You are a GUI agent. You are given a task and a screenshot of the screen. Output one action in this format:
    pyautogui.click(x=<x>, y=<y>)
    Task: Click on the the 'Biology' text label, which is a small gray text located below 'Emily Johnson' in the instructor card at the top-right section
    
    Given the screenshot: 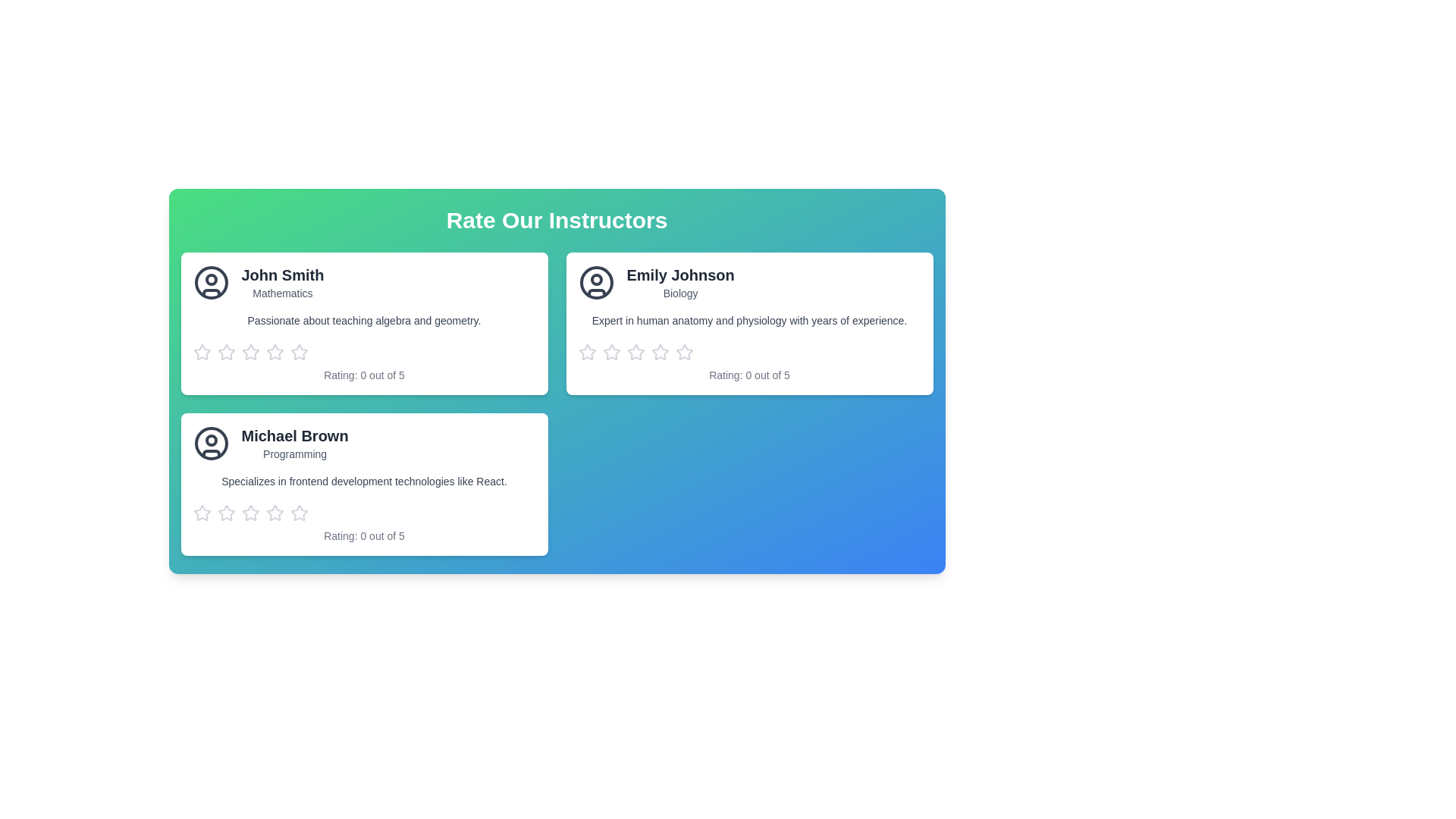 What is the action you would take?
    pyautogui.click(x=679, y=293)
    